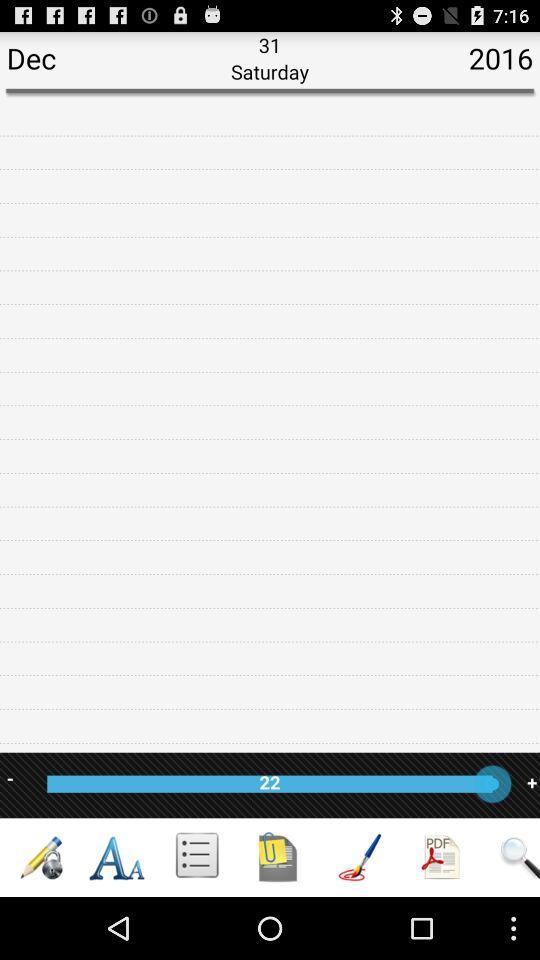  I want to click on the group icon, so click(441, 917).